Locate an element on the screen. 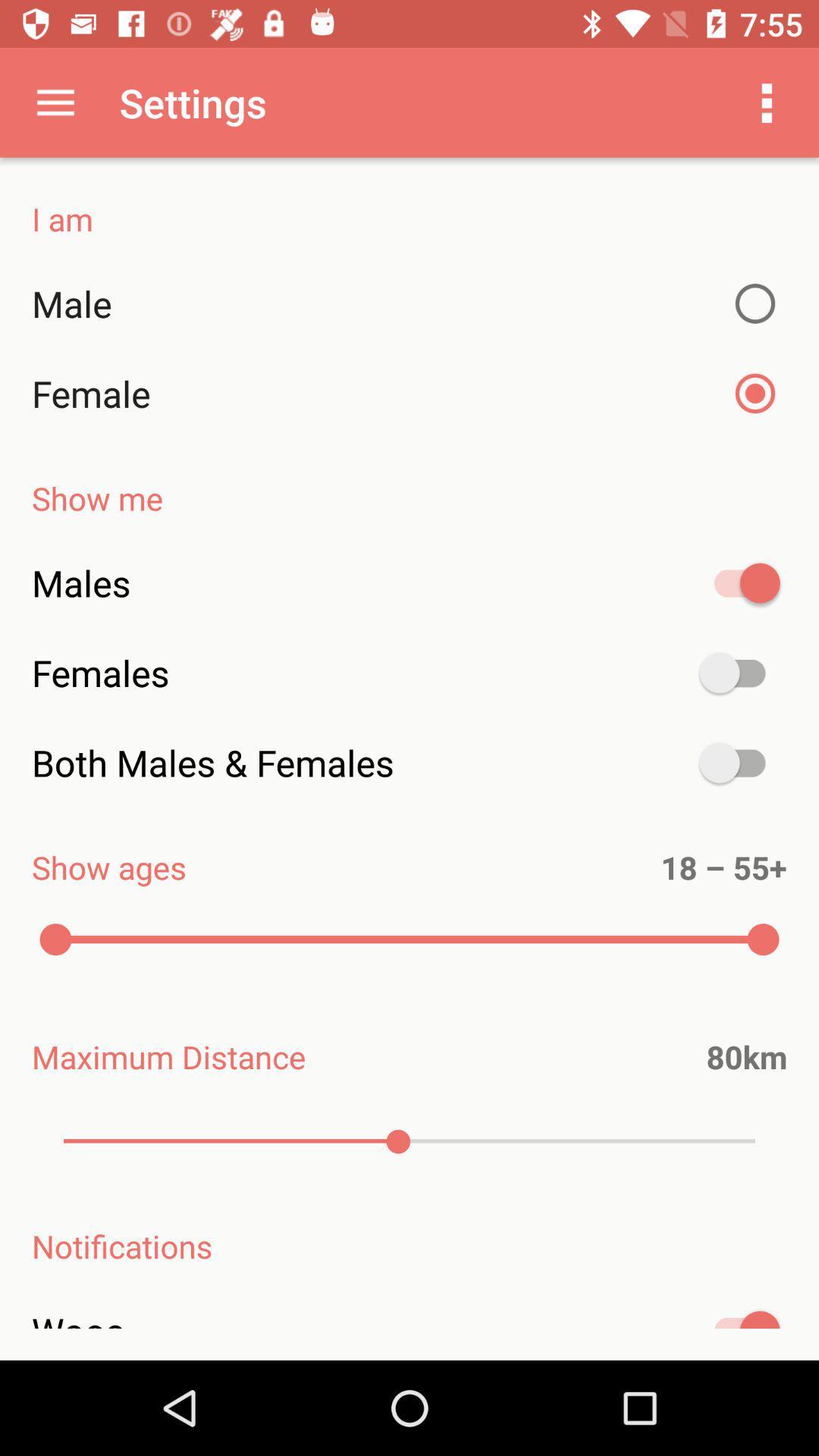  menu options is located at coordinates (767, 102).